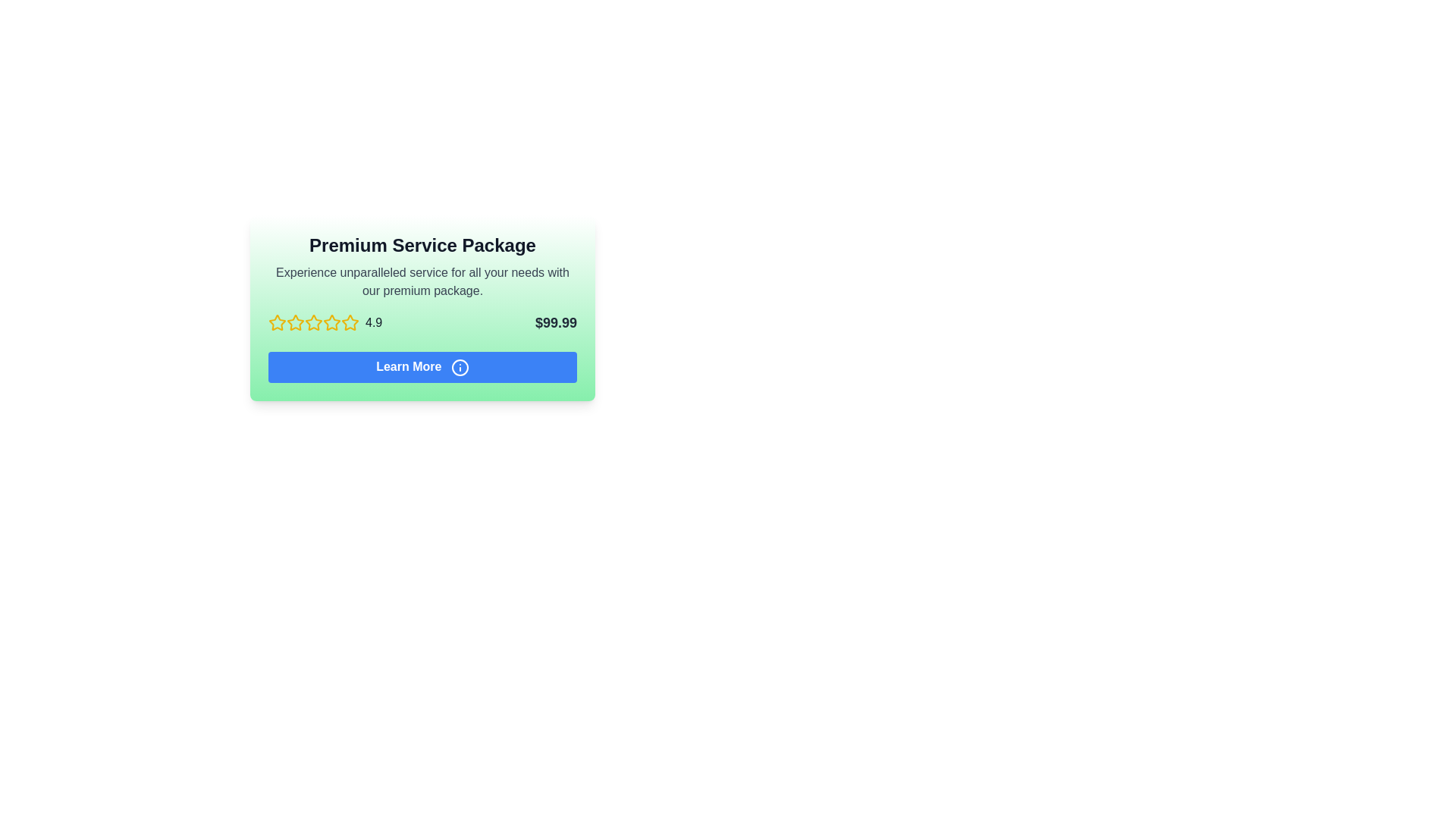 The height and width of the screenshot is (819, 1456). Describe the element at coordinates (331, 322) in the screenshot. I see `the sixth star icon with a yellow outline in the rating component located beneath the 'Premium Service Package' header` at that location.